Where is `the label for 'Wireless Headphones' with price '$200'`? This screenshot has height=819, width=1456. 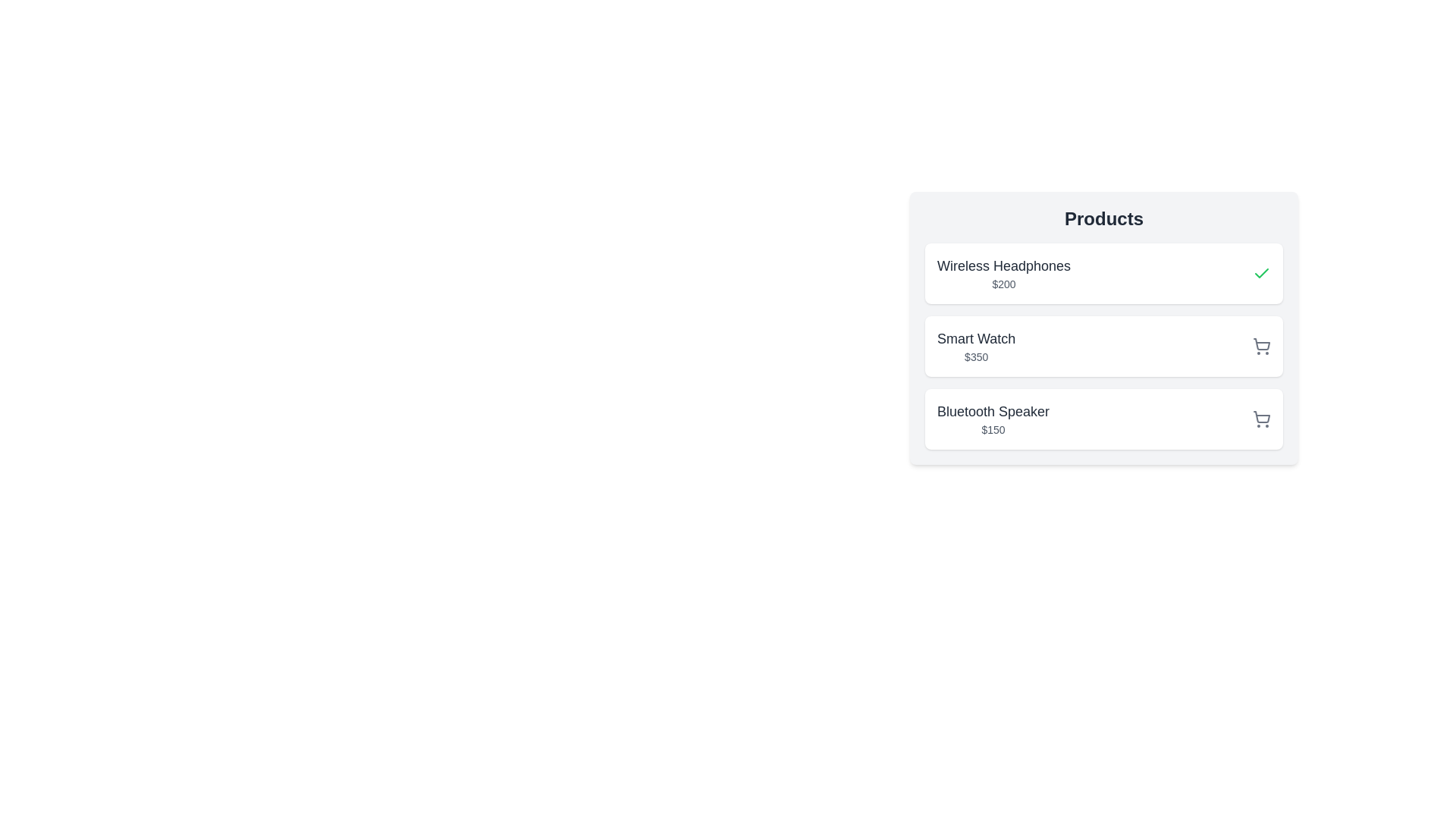
the label for 'Wireless Headphones' with price '$200' is located at coordinates (1004, 274).